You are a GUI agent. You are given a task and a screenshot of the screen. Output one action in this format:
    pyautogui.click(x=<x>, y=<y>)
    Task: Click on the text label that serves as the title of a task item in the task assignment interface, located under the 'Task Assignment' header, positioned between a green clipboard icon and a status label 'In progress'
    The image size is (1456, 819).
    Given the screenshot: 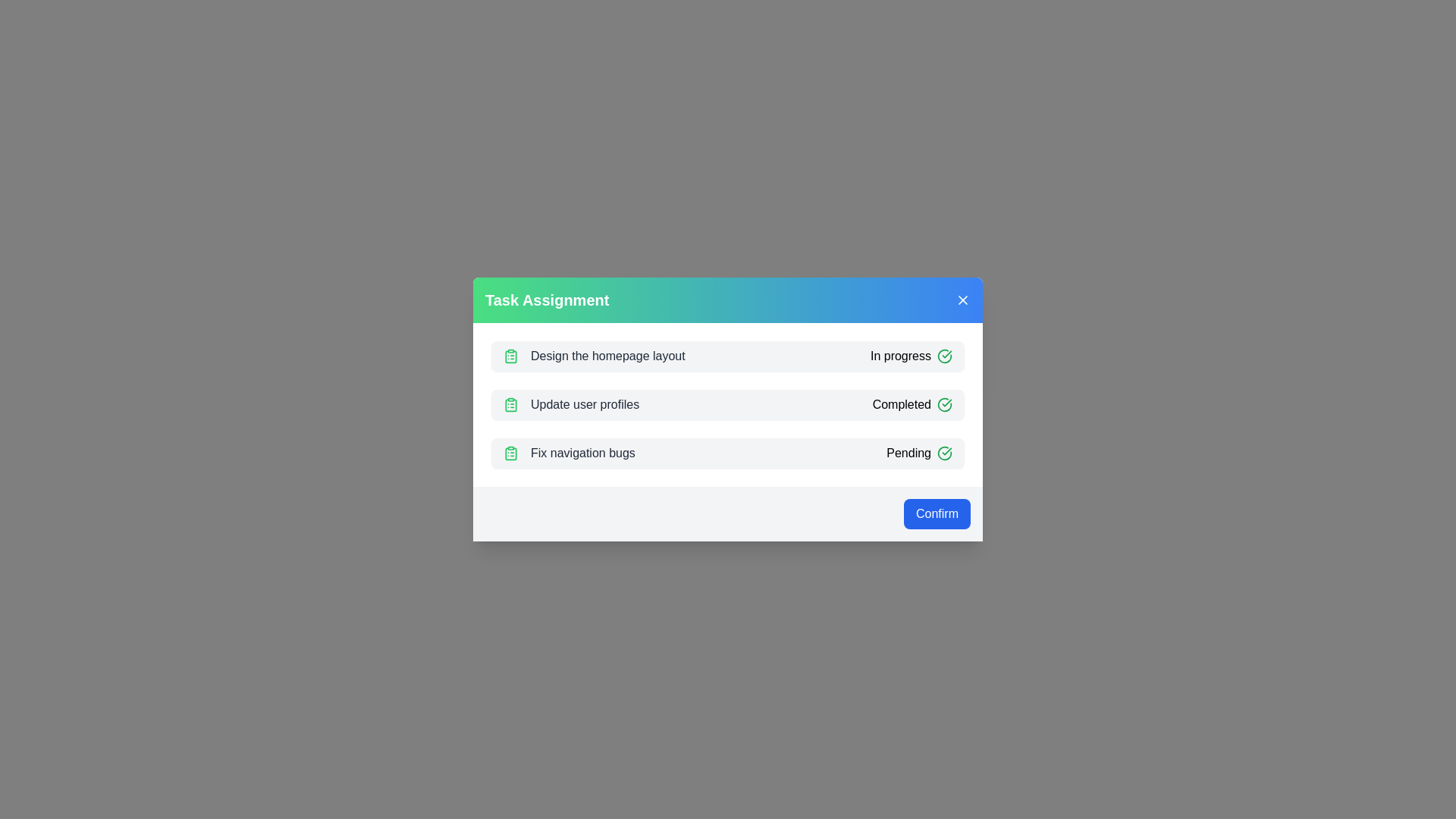 What is the action you would take?
    pyautogui.click(x=607, y=356)
    